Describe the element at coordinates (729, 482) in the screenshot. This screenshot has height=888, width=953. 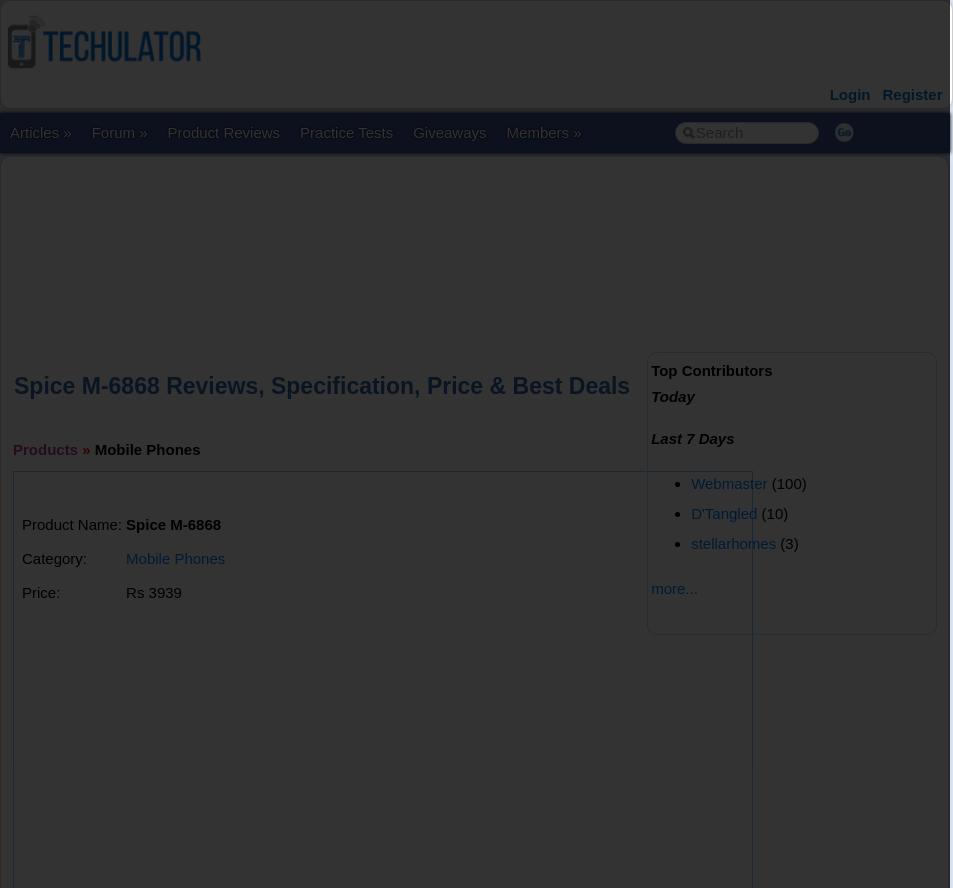
I see `'Webmaster'` at that location.